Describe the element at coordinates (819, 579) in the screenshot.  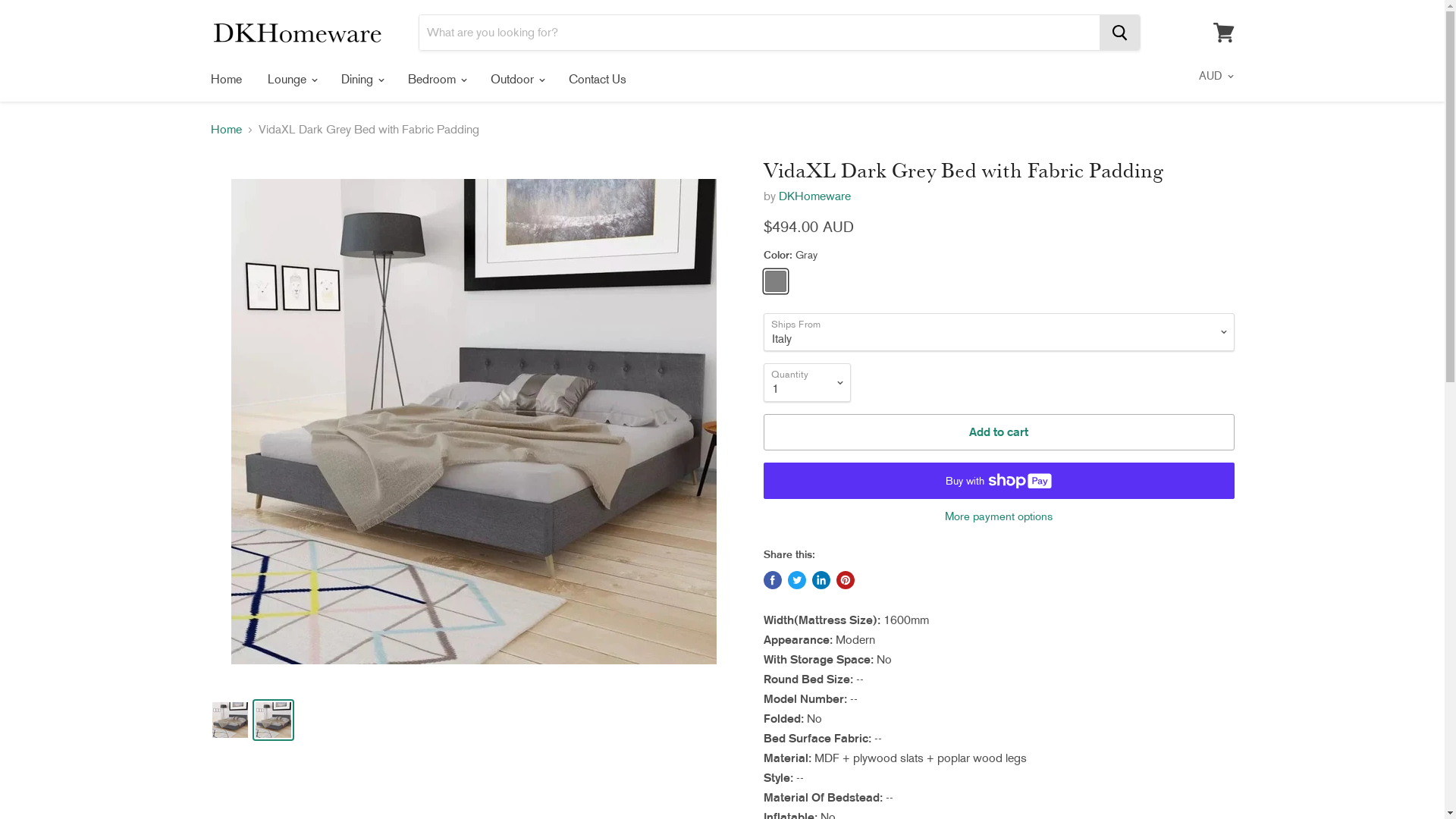
I see `'Share on LinkedIn'` at that location.